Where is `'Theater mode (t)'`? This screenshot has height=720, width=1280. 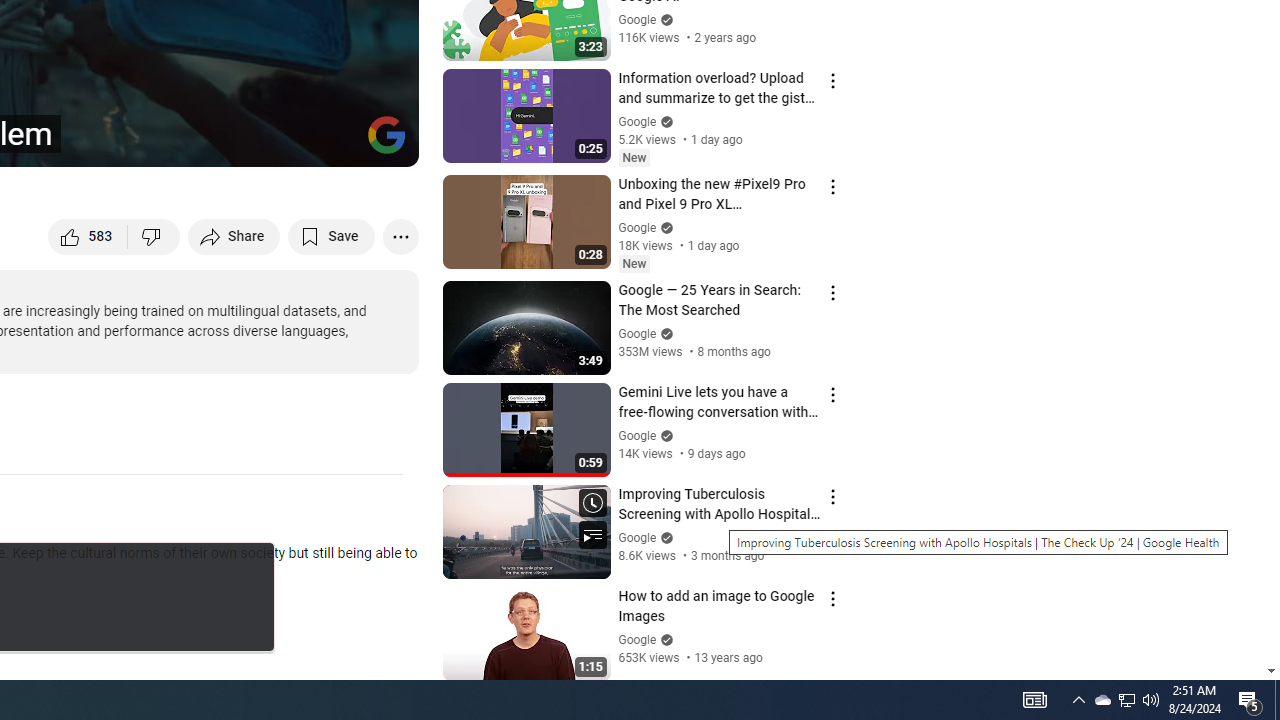 'Theater mode (t)' is located at coordinates (334, 141).